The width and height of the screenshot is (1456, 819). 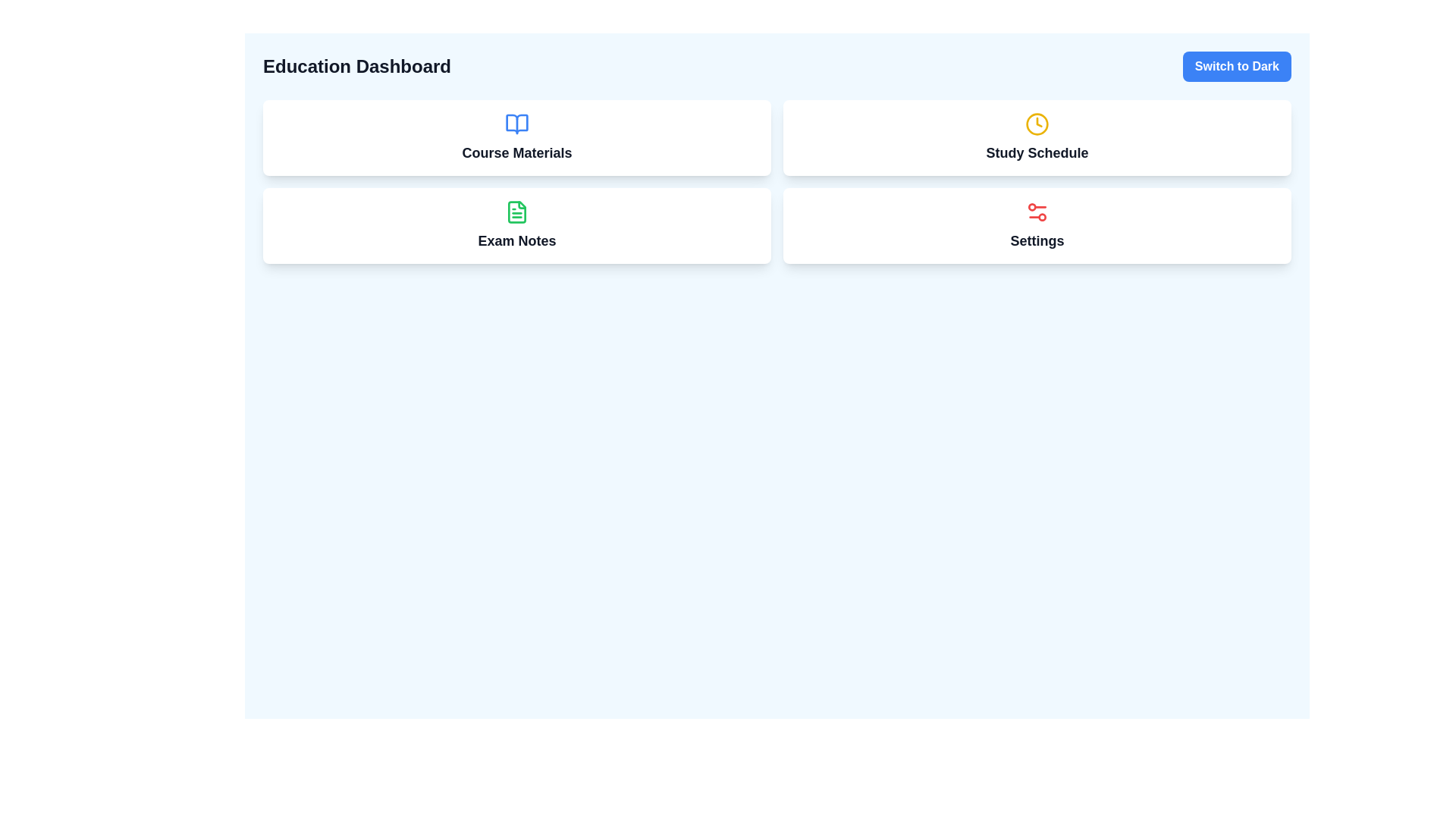 What do you see at coordinates (1037, 124) in the screenshot?
I see `the circular decorative element within the clock icon that is located above the 'Study Schedule' label` at bounding box center [1037, 124].